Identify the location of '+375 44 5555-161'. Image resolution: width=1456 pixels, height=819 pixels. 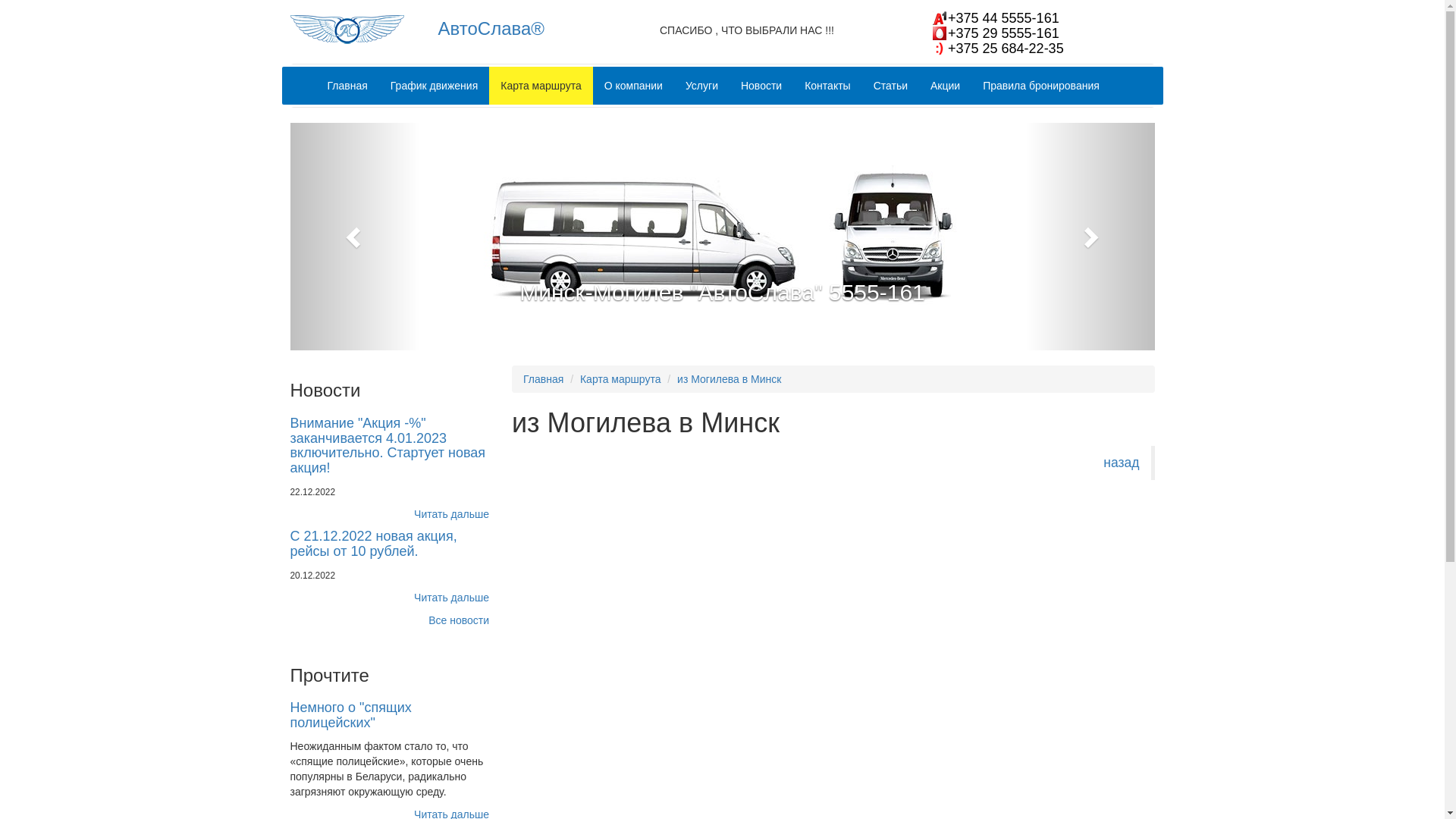
(996, 17).